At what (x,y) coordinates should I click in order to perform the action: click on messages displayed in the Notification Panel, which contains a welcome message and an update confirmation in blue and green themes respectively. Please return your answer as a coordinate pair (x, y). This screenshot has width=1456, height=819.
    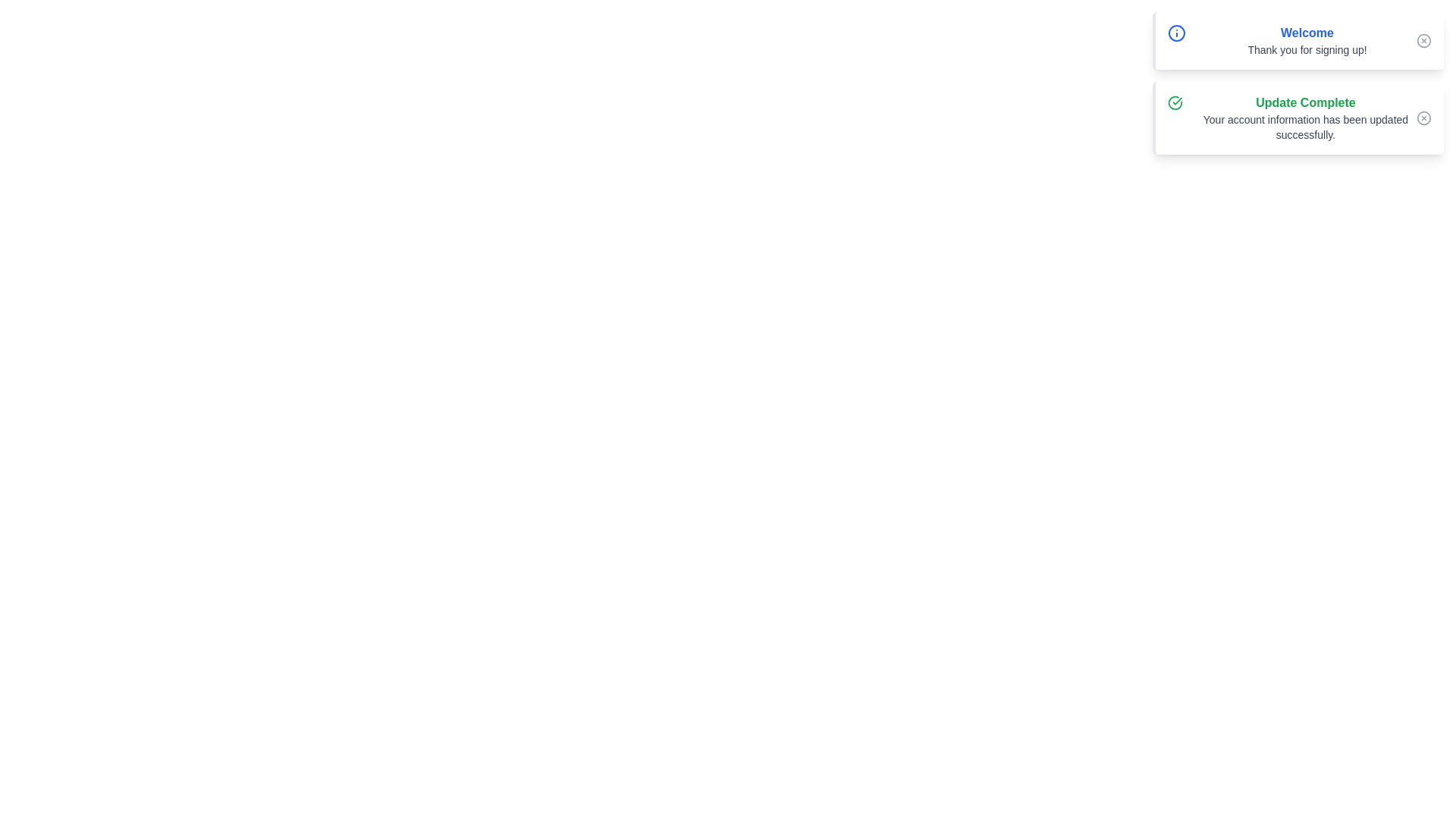
    Looking at the image, I should click on (1298, 83).